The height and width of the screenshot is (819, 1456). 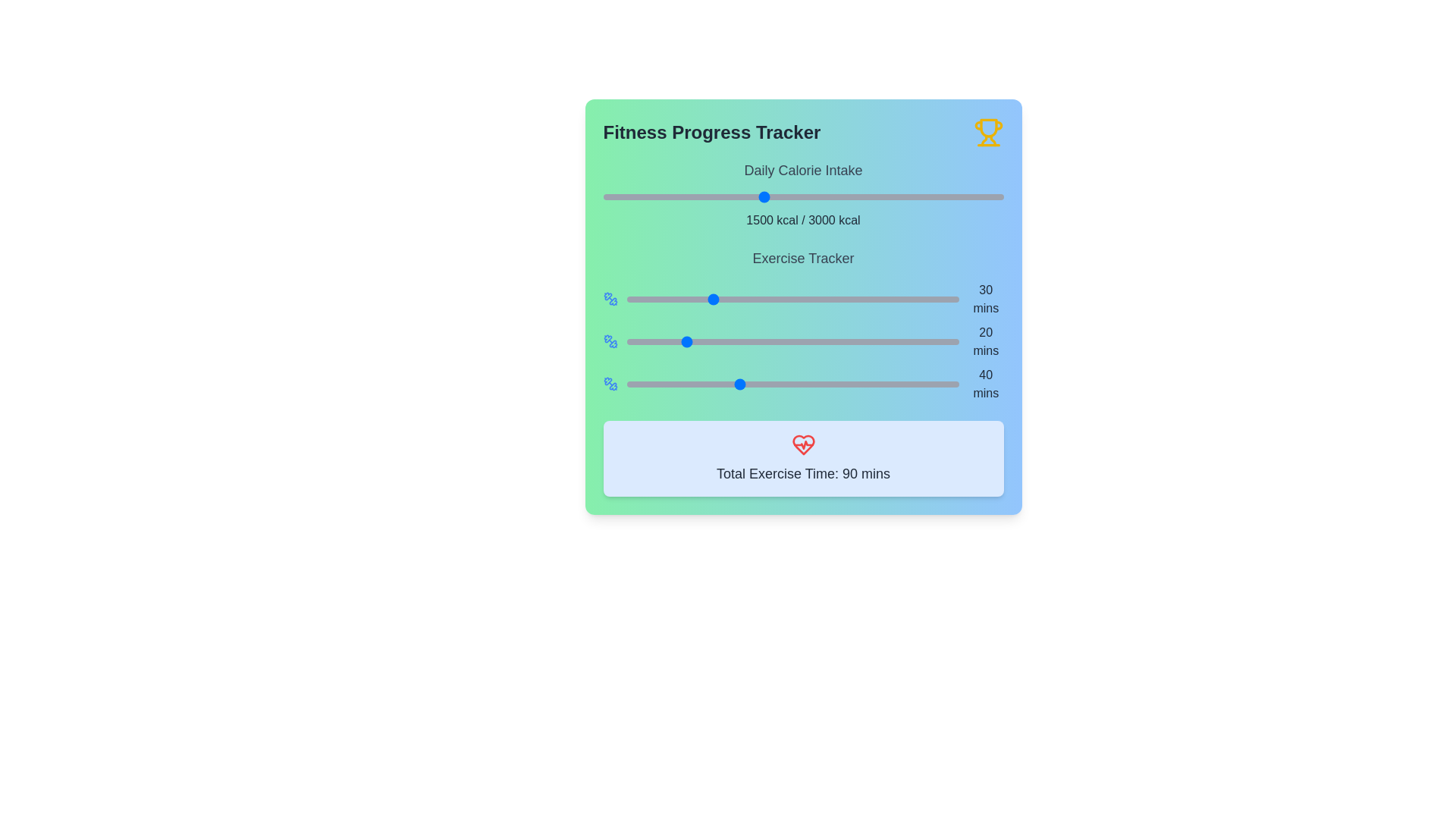 I want to click on the exercise duration slider, so click(x=657, y=342).